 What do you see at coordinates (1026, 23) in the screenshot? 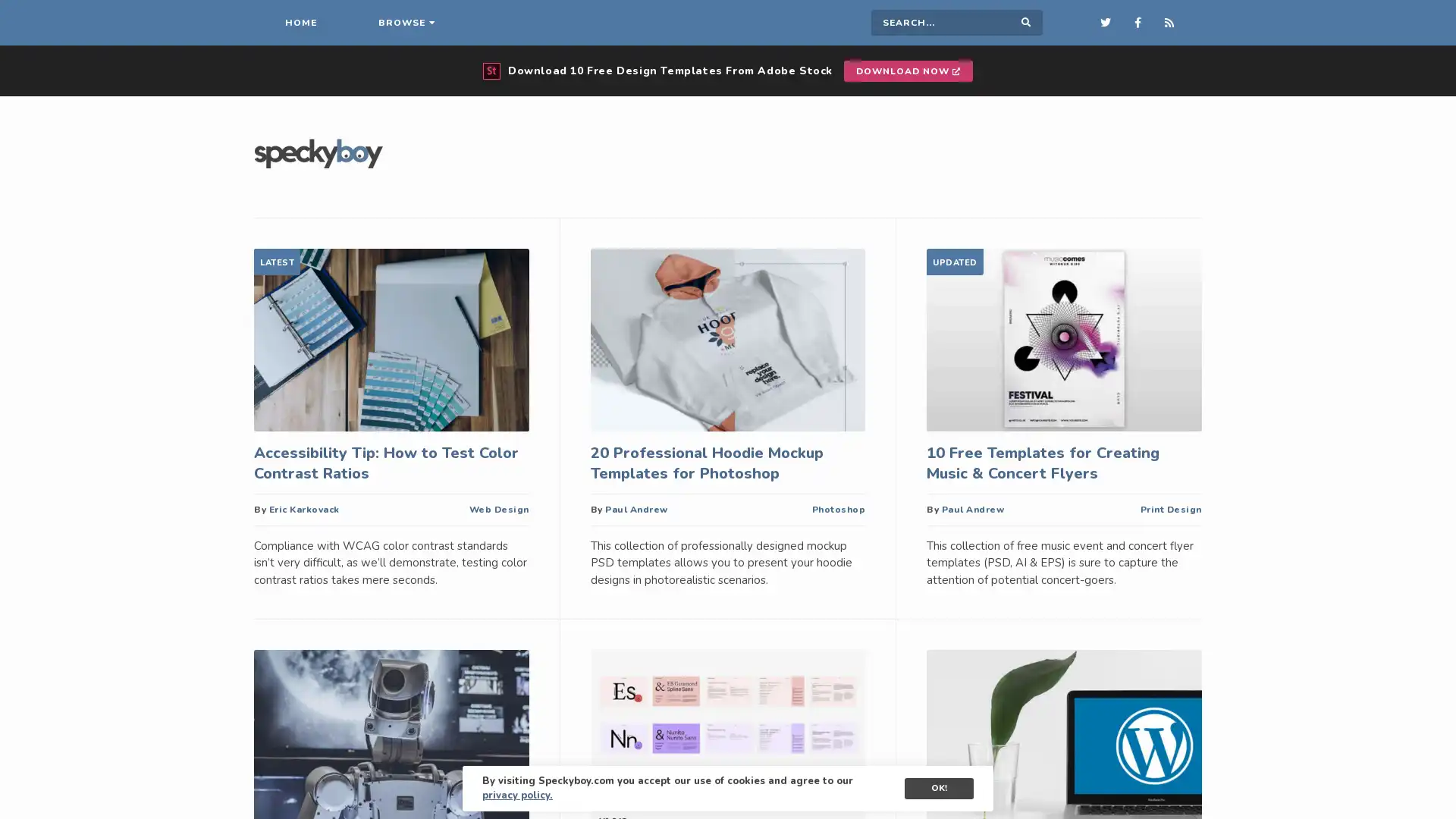
I see `Search` at bounding box center [1026, 23].